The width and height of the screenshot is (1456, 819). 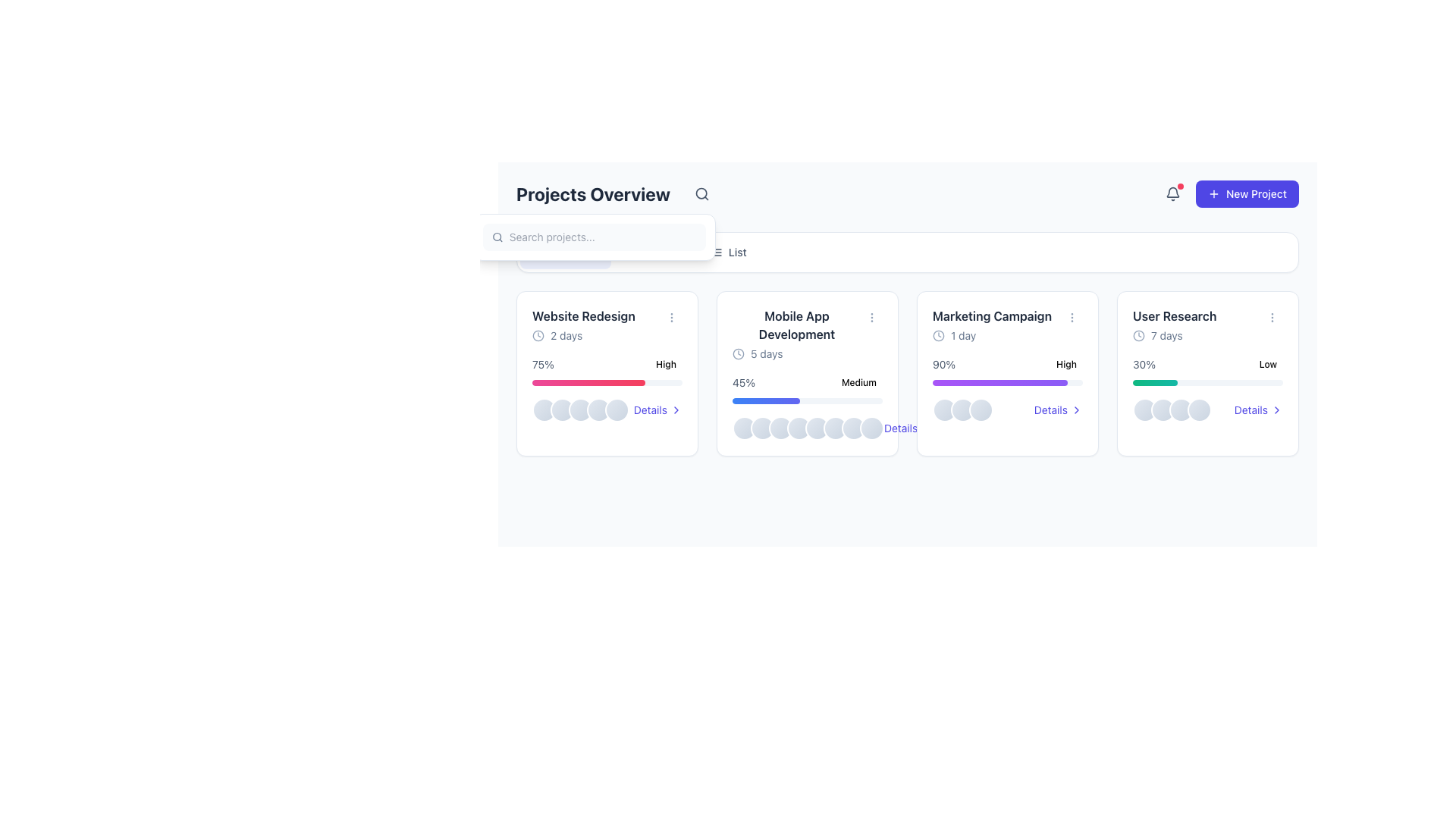 I want to click on the filled portion of the progress bar segment, which is a horizontally elongated gradient bar indicating 75% completion under the 'Website Redesign' card in the project overview grid, so click(x=588, y=382).